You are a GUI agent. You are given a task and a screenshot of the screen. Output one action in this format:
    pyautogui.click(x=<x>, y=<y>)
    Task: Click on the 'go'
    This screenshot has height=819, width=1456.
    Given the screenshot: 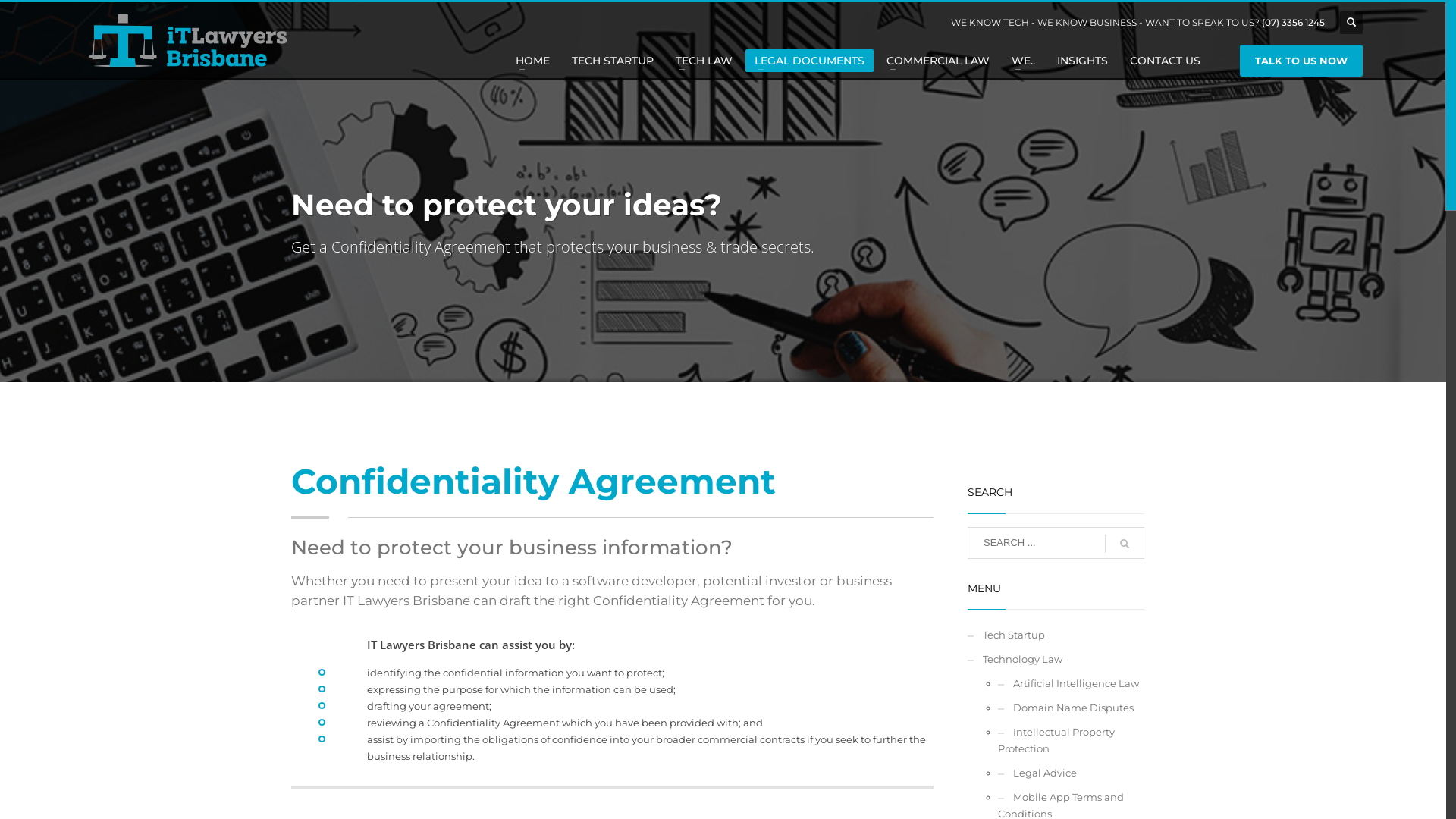 What is the action you would take?
    pyautogui.click(x=1103, y=543)
    